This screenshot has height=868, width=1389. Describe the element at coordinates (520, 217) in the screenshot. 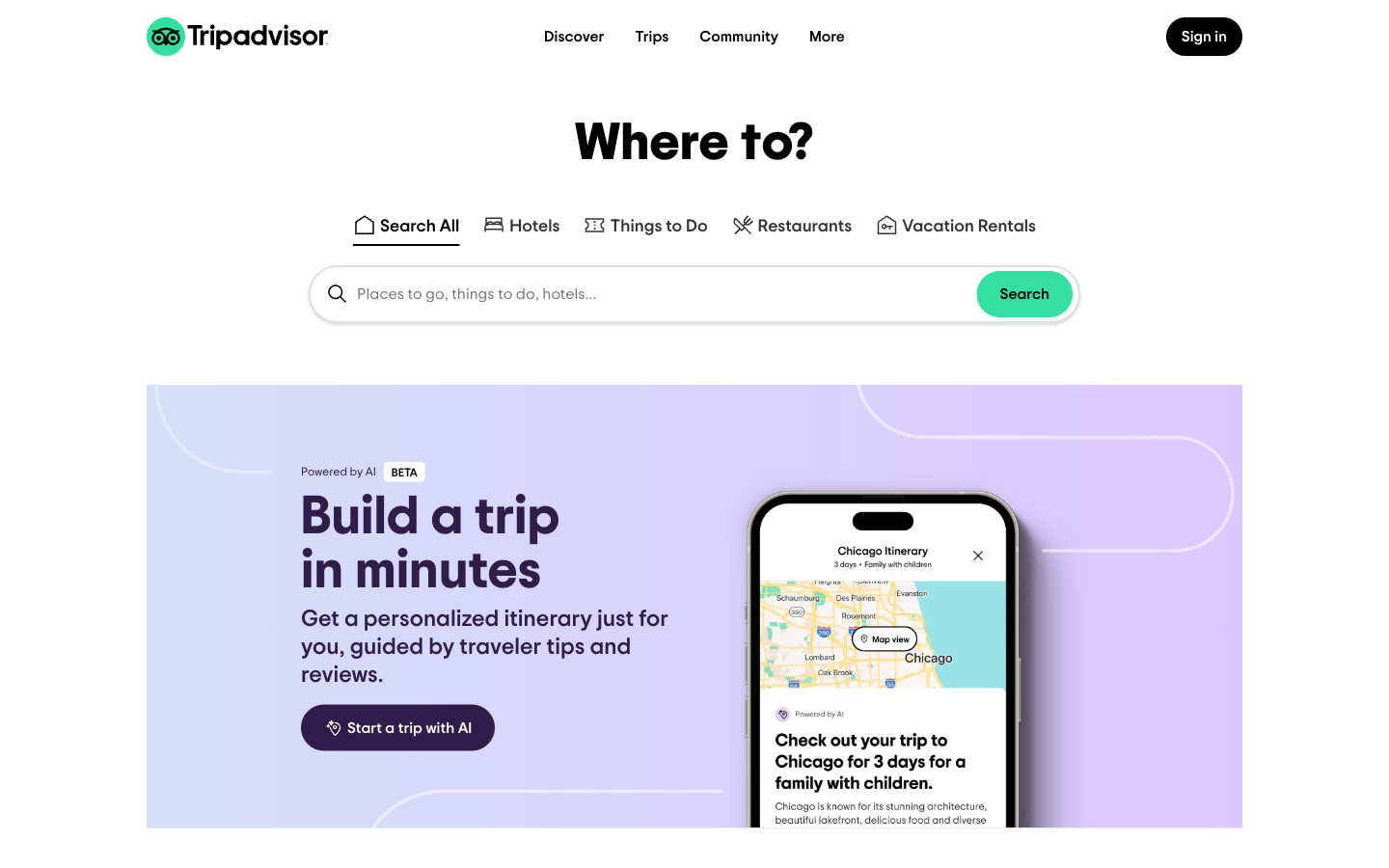

I see `Search Holiday Inn hotel locations` at that location.